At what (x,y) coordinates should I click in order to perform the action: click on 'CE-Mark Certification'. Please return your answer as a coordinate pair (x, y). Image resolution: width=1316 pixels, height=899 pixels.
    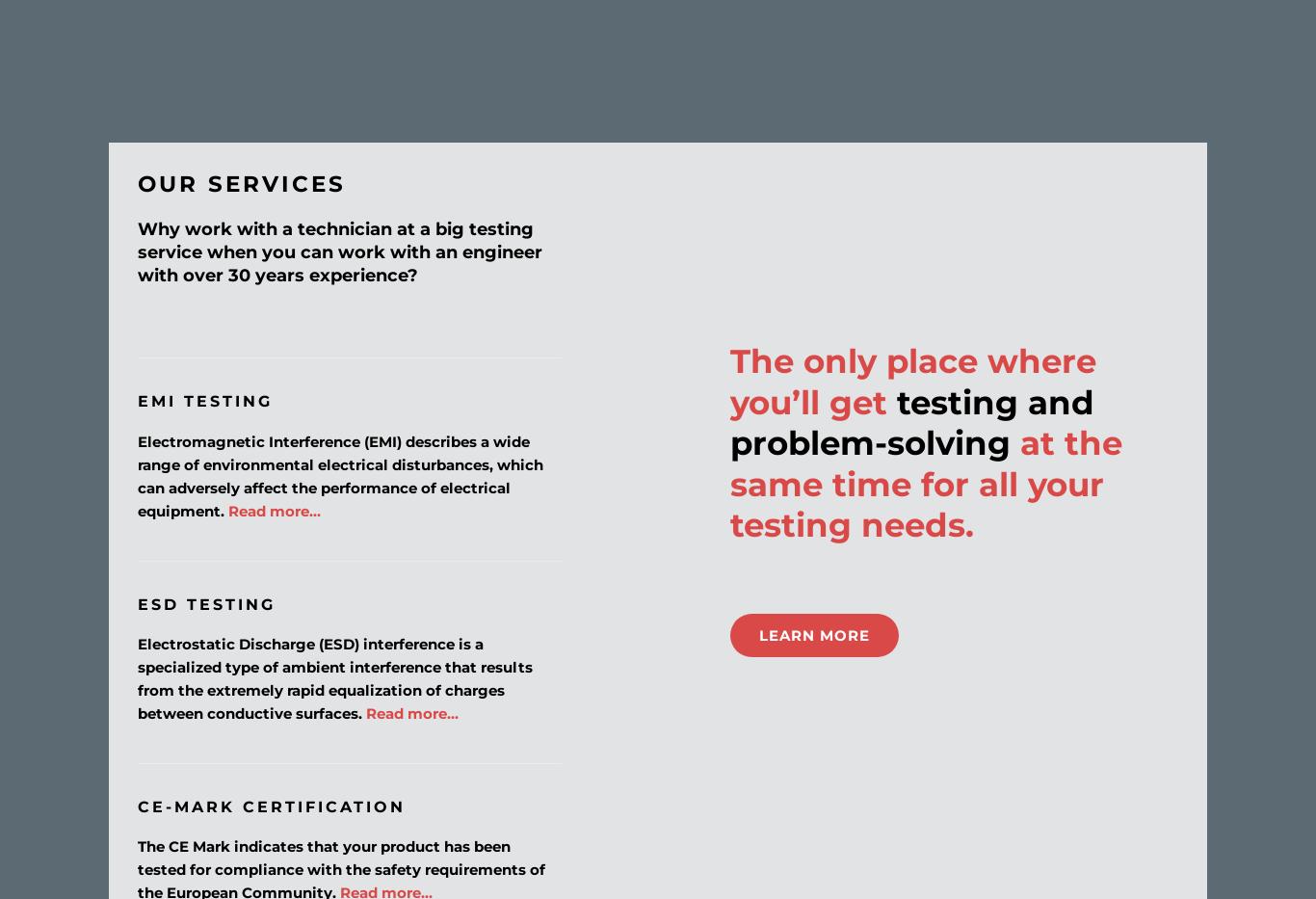
    Looking at the image, I should click on (271, 805).